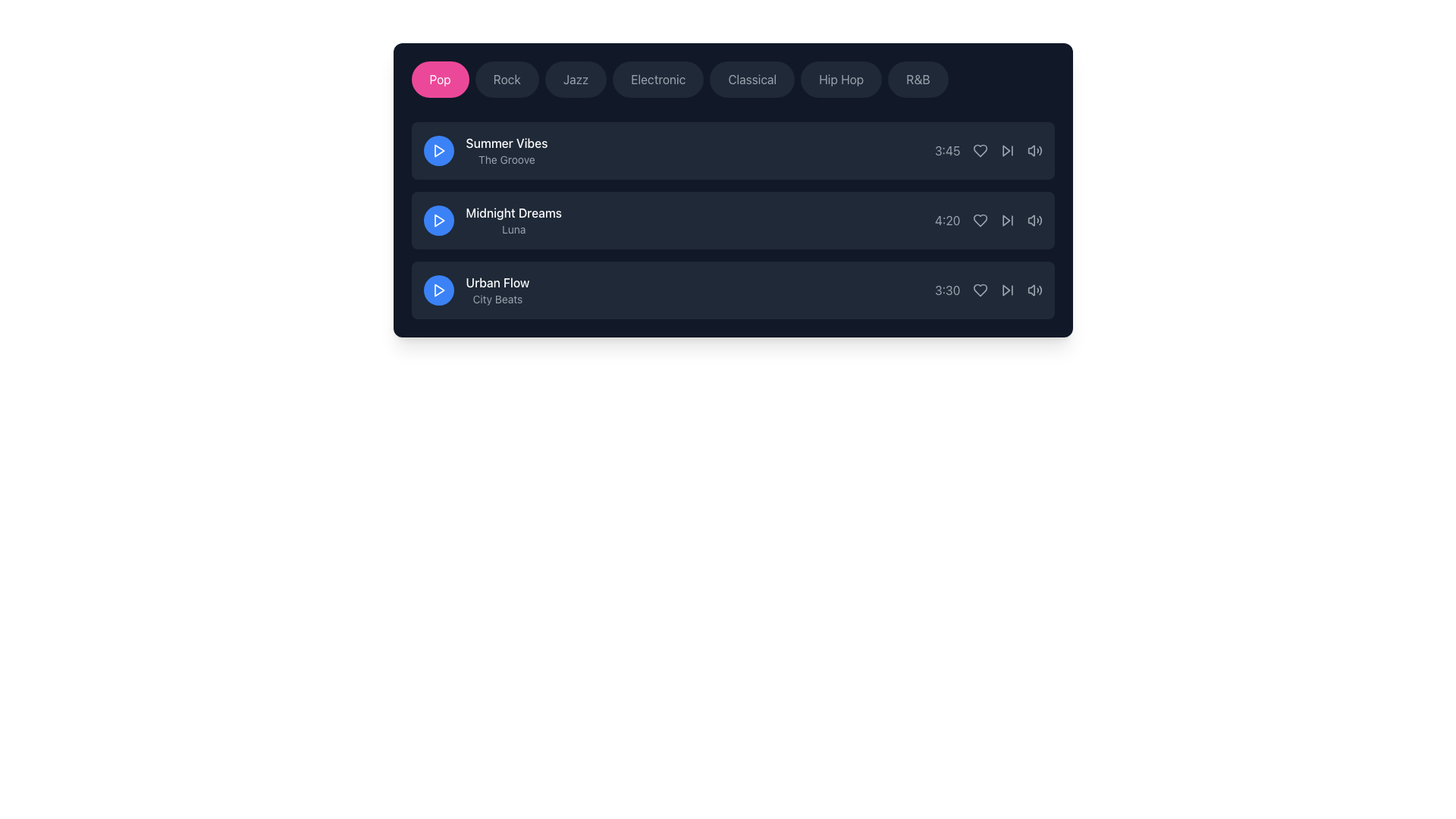  Describe the element at coordinates (1007, 151) in the screenshot. I see `the 'skip forward' icon button for navigation to change its color, which is positioned to the right of the '3:45' text and to the left of the volume icon` at that location.